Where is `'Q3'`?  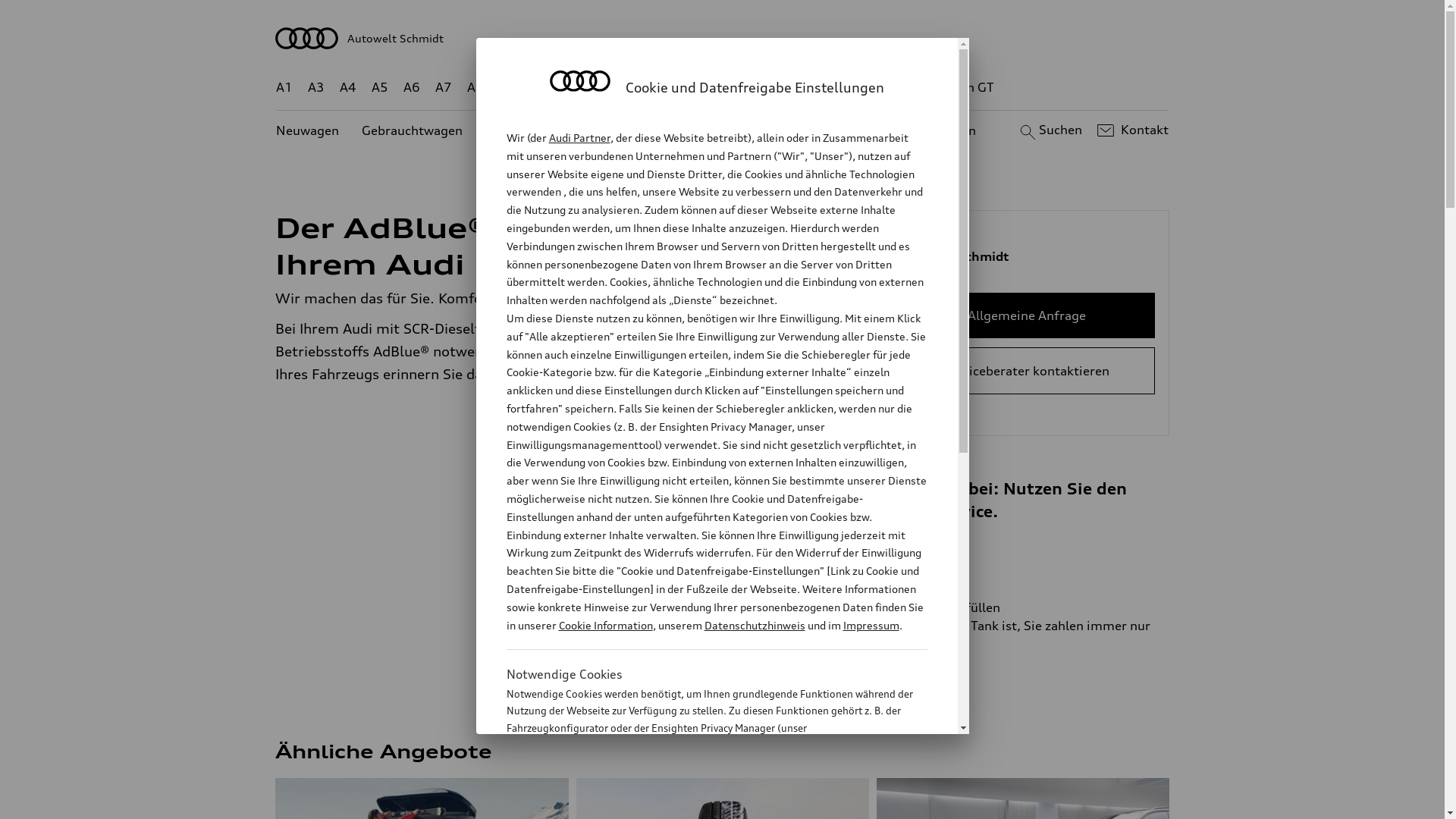
'Q3' is located at coordinates (540, 87).